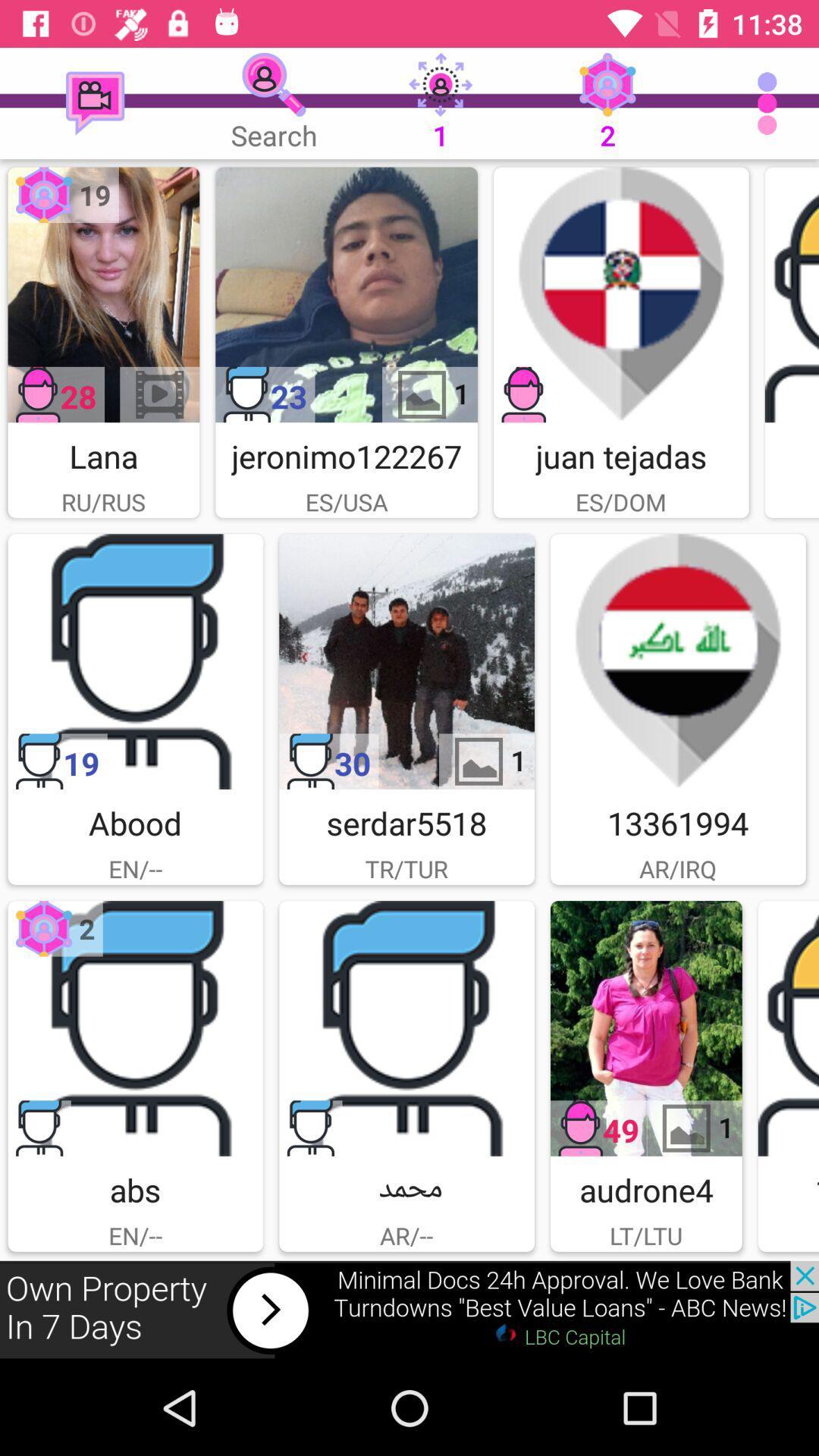 Image resolution: width=819 pixels, height=1456 pixels. I want to click on connect to selected person, so click(102, 294).